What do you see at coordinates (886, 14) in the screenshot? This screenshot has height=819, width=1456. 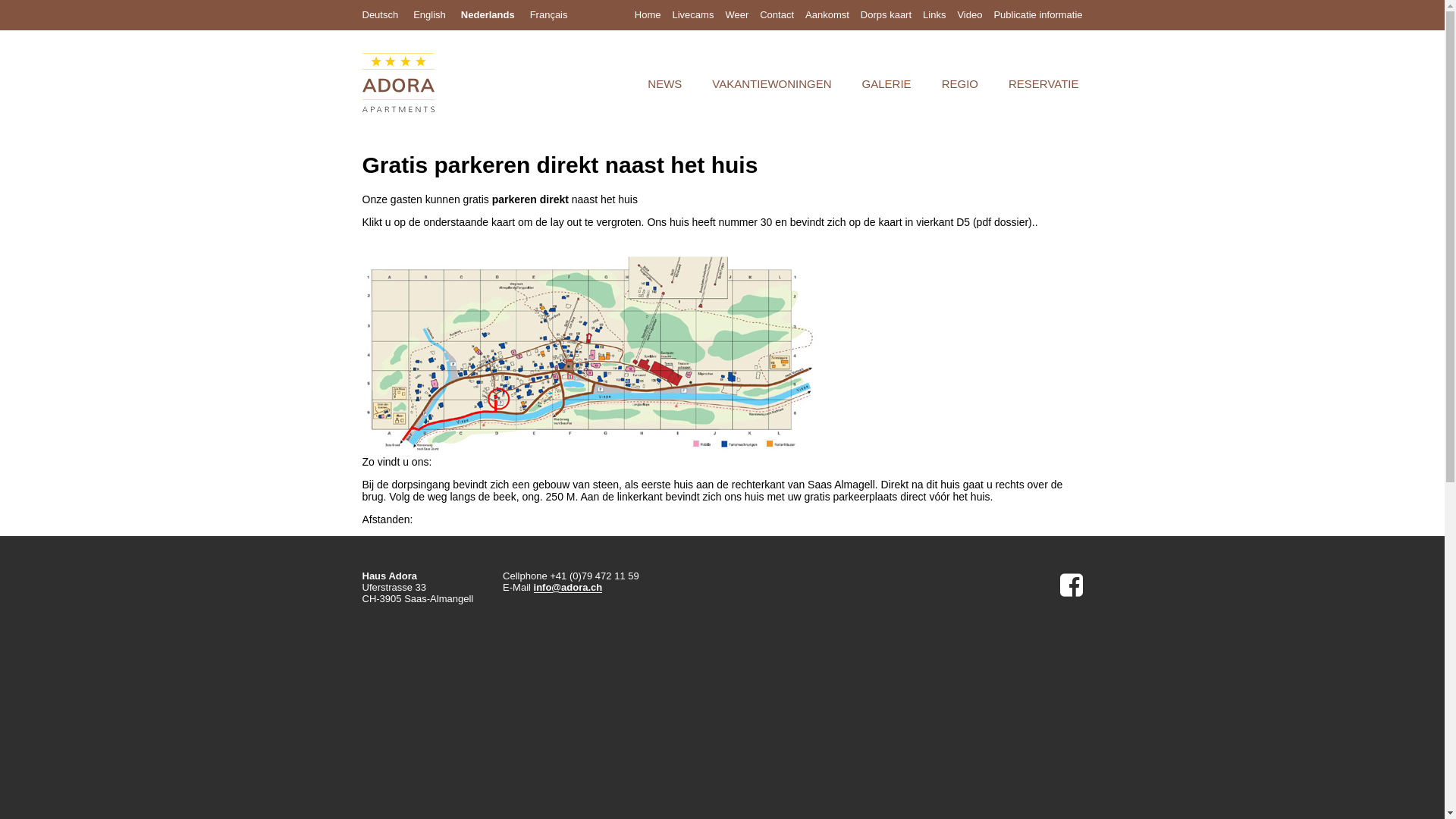 I see `'Dorps kaart'` at bounding box center [886, 14].